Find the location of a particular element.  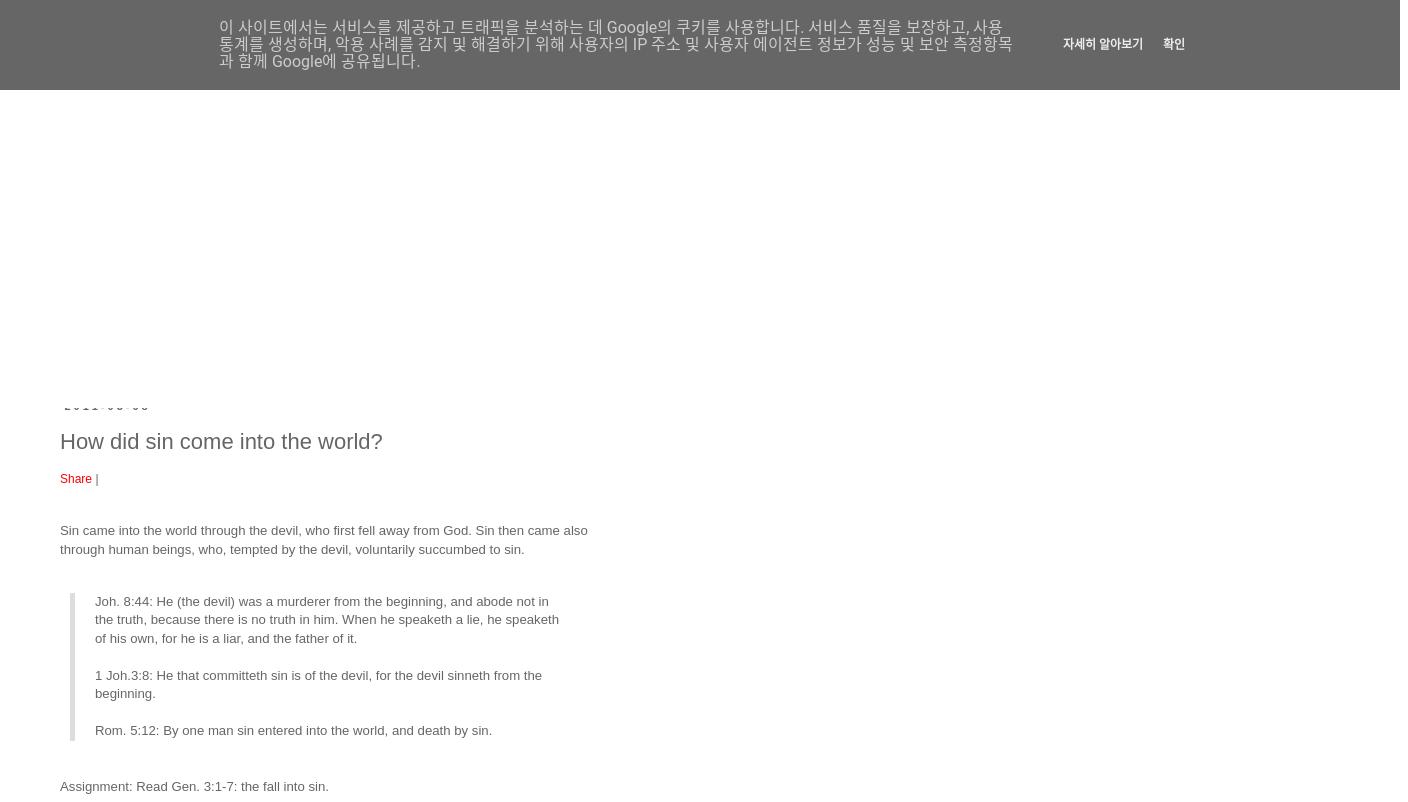

'Joh. 8:44: He (the devil) was a murderer from the beginning, and abode not in the truth, because there is no truth in him. When he speaketh a lie, he speaketh of his own, for he is a liar, and the father of it.' is located at coordinates (95, 617).